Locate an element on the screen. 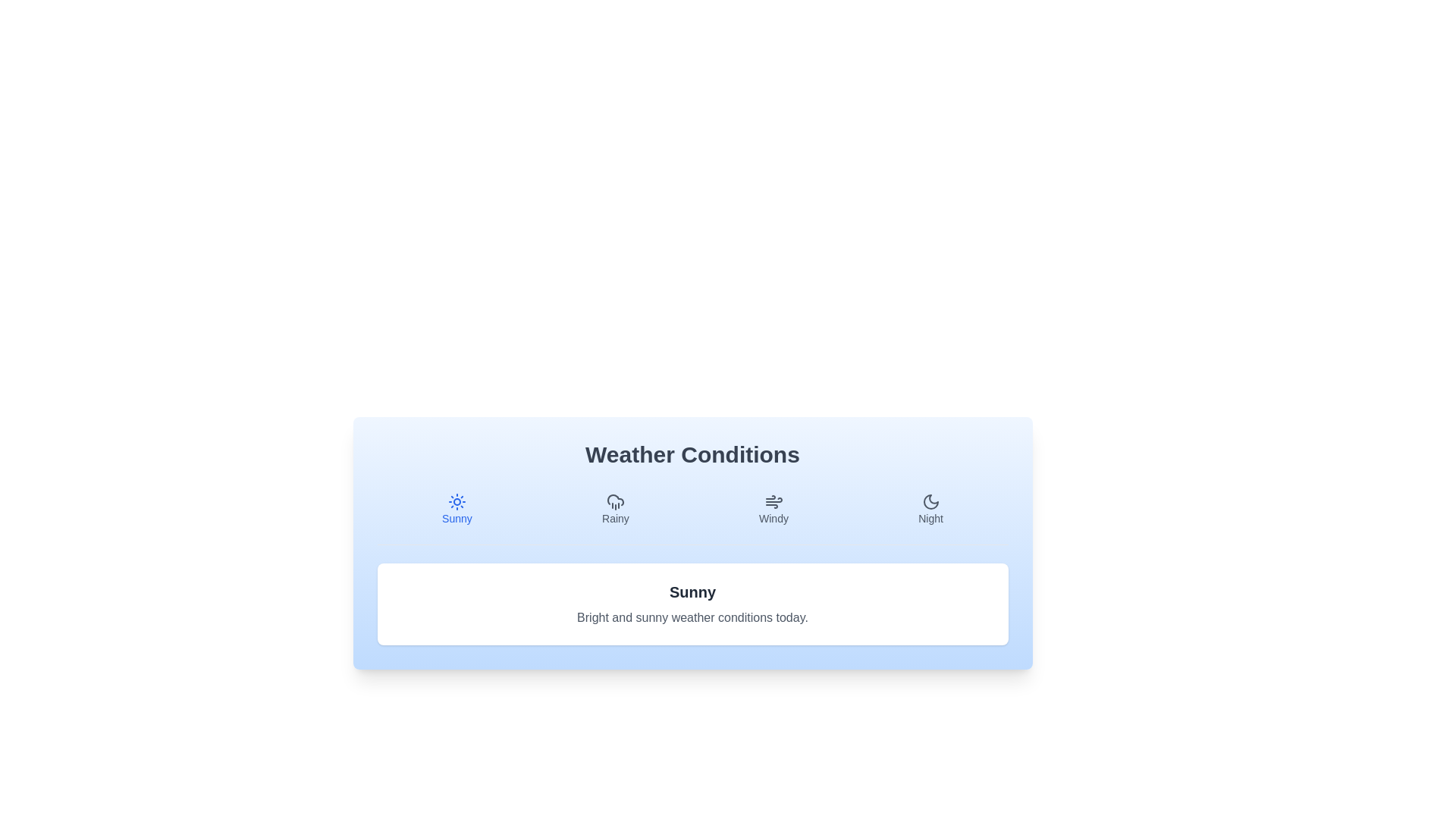 This screenshot has width=1456, height=819. the icon and label for Sunny is located at coordinates (455, 509).